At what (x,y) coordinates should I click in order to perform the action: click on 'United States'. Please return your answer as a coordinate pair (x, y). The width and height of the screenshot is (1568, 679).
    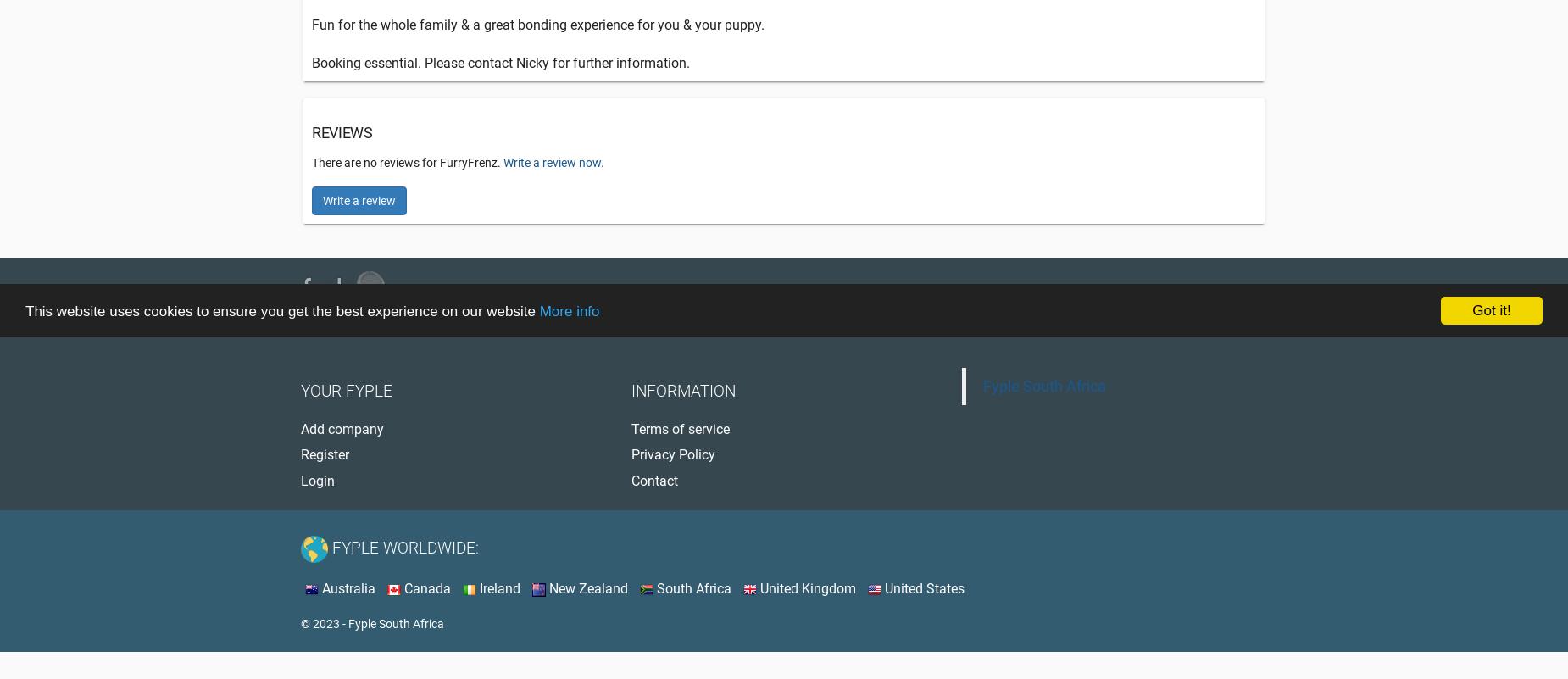
    Looking at the image, I should click on (881, 587).